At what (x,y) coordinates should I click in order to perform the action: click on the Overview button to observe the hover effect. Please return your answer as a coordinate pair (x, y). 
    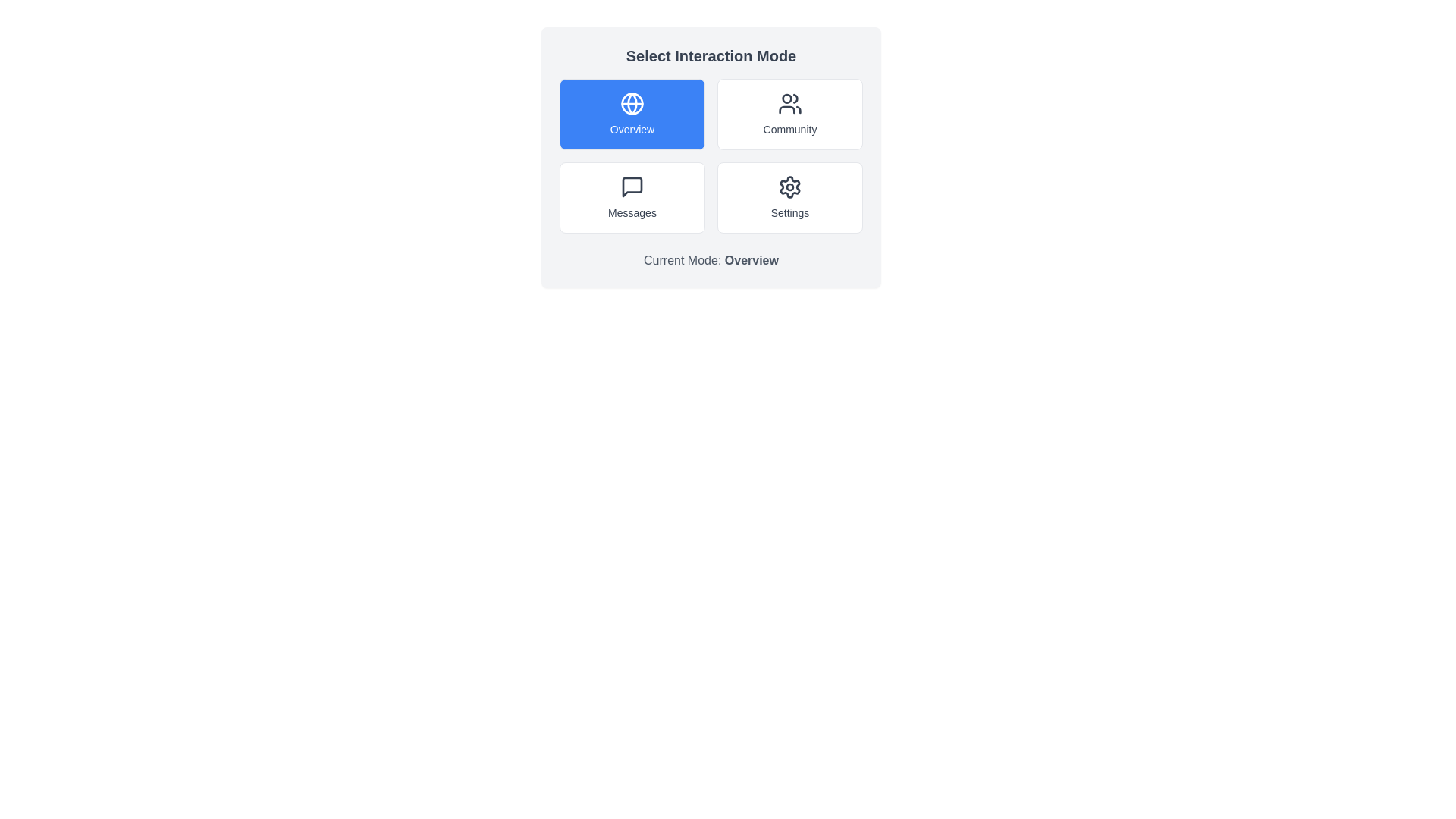
    Looking at the image, I should click on (632, 113).